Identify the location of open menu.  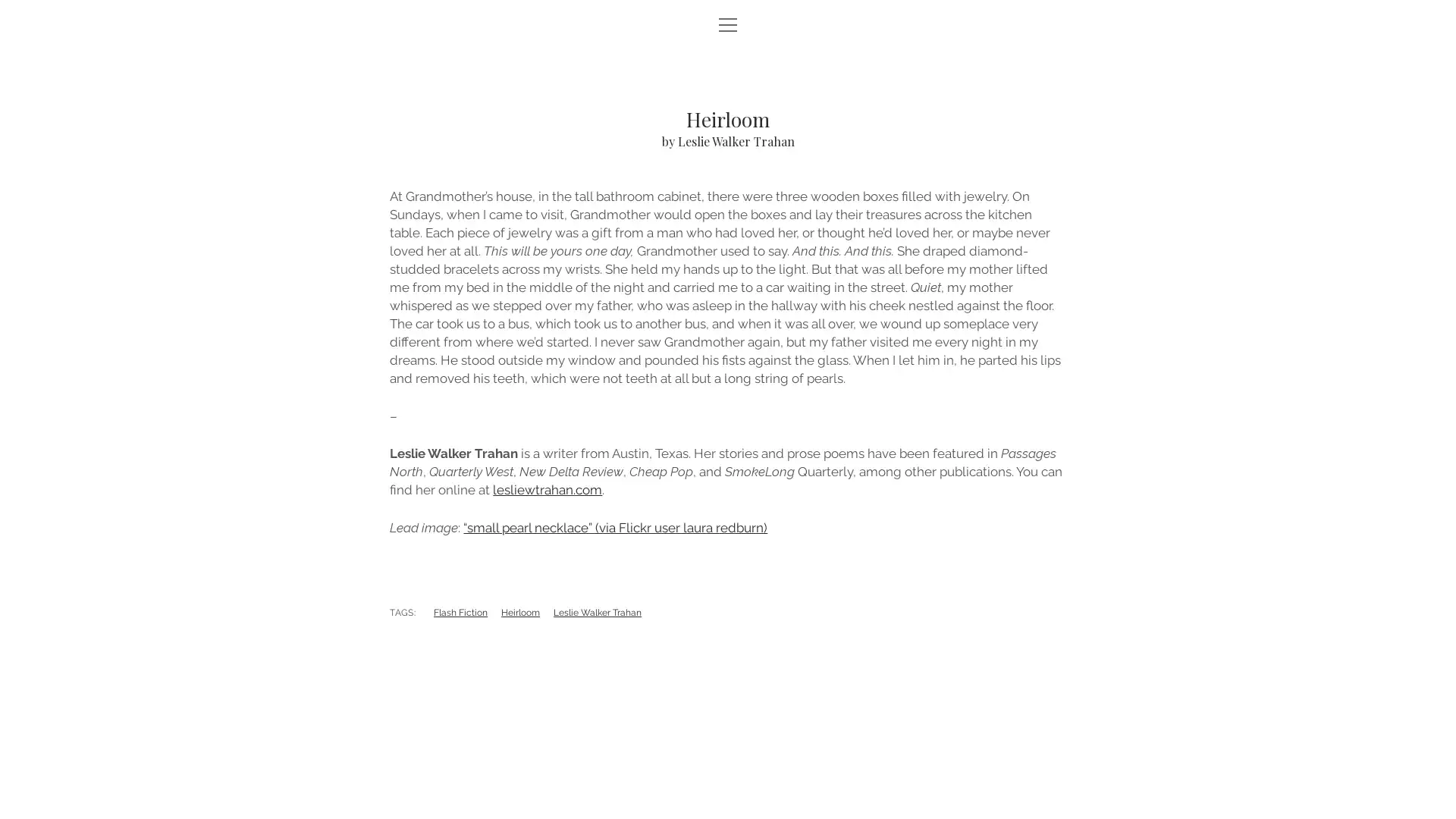
(728, 26).